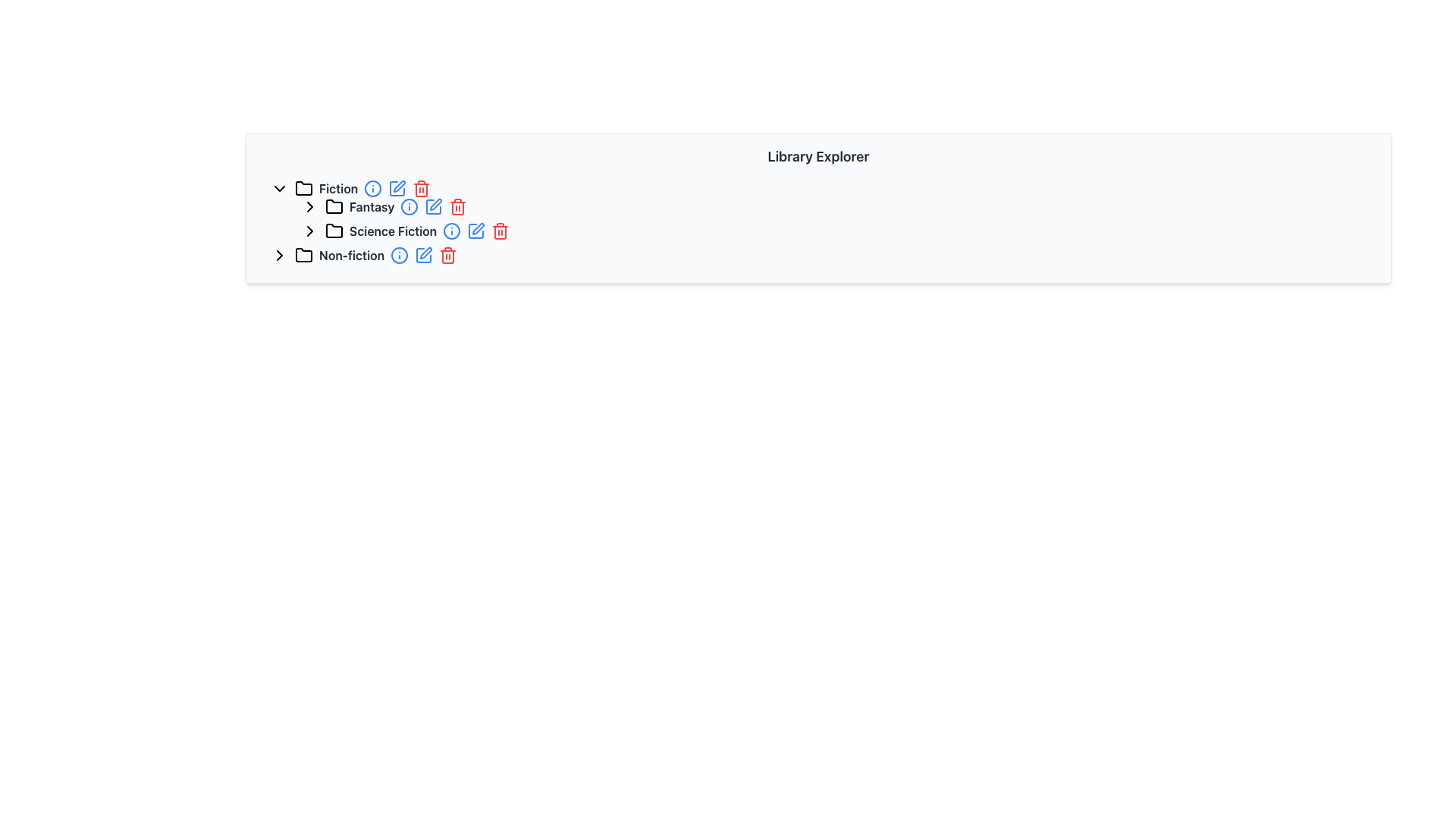  What do you see at coordinates (280, 254) in the screenshot?
I see `the directional indicator icon located to the left of the 'Non-fiction' folder icon` at bounding box center [280, 254].